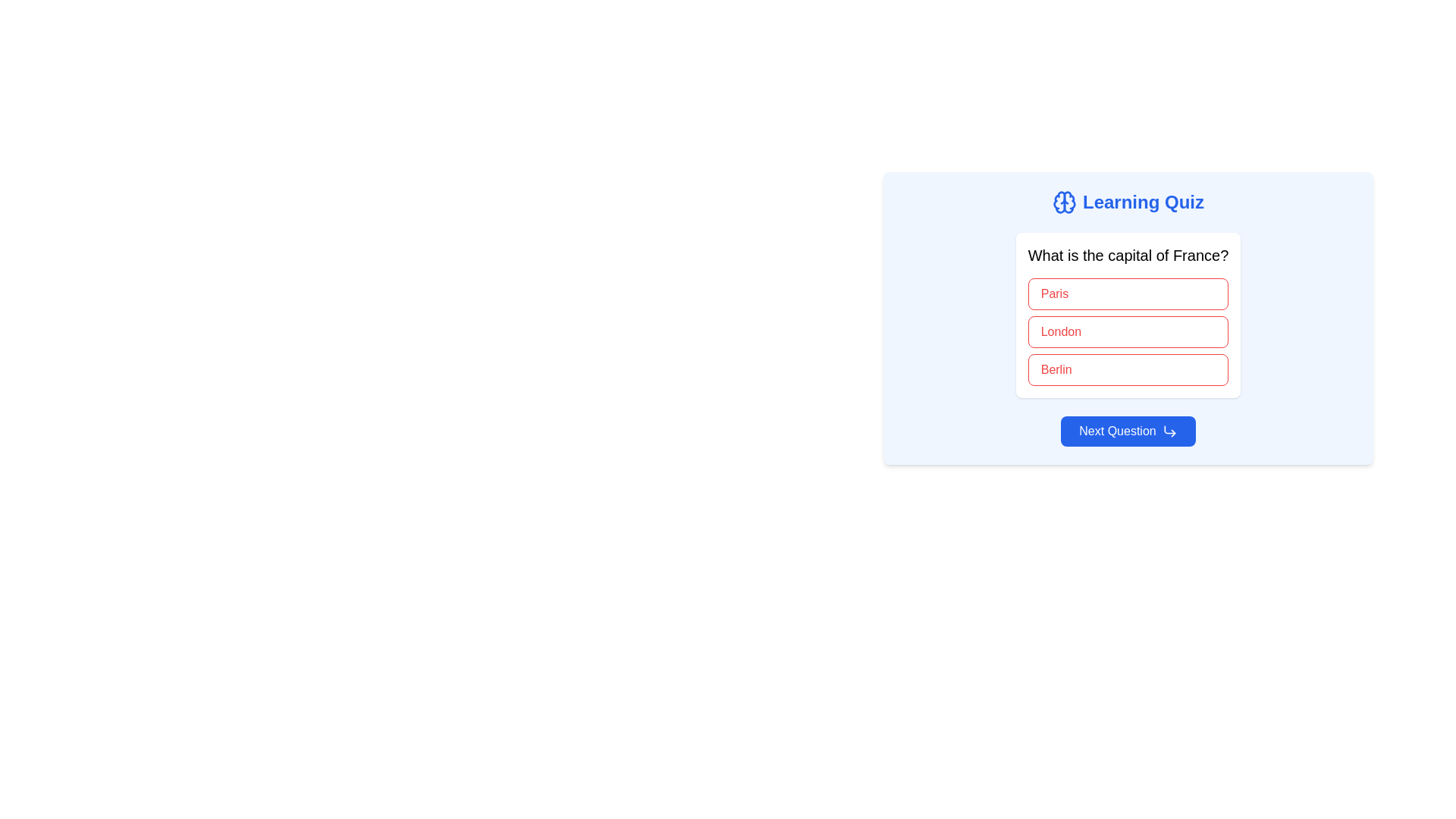 This screenshot has height=819, width=1456. What do you see at coordinates (1059, 201) in the screenshot?
I see `the blue curved shape icon that is part of an SVG graphic, located to the left of the 'Learning Quiz' text` at bounding box center [1059, 201].